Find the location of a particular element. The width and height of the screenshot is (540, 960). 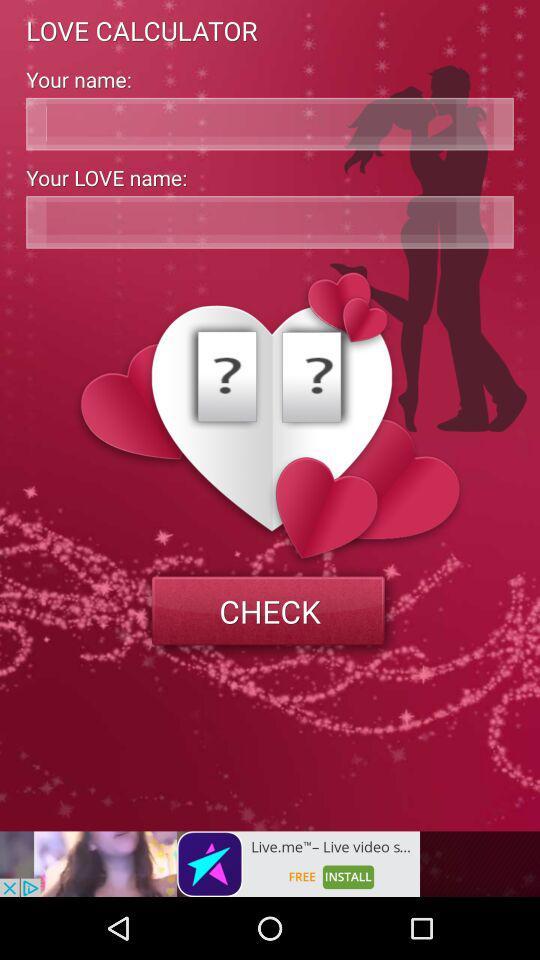

your username is located at coordinates (270, 123).